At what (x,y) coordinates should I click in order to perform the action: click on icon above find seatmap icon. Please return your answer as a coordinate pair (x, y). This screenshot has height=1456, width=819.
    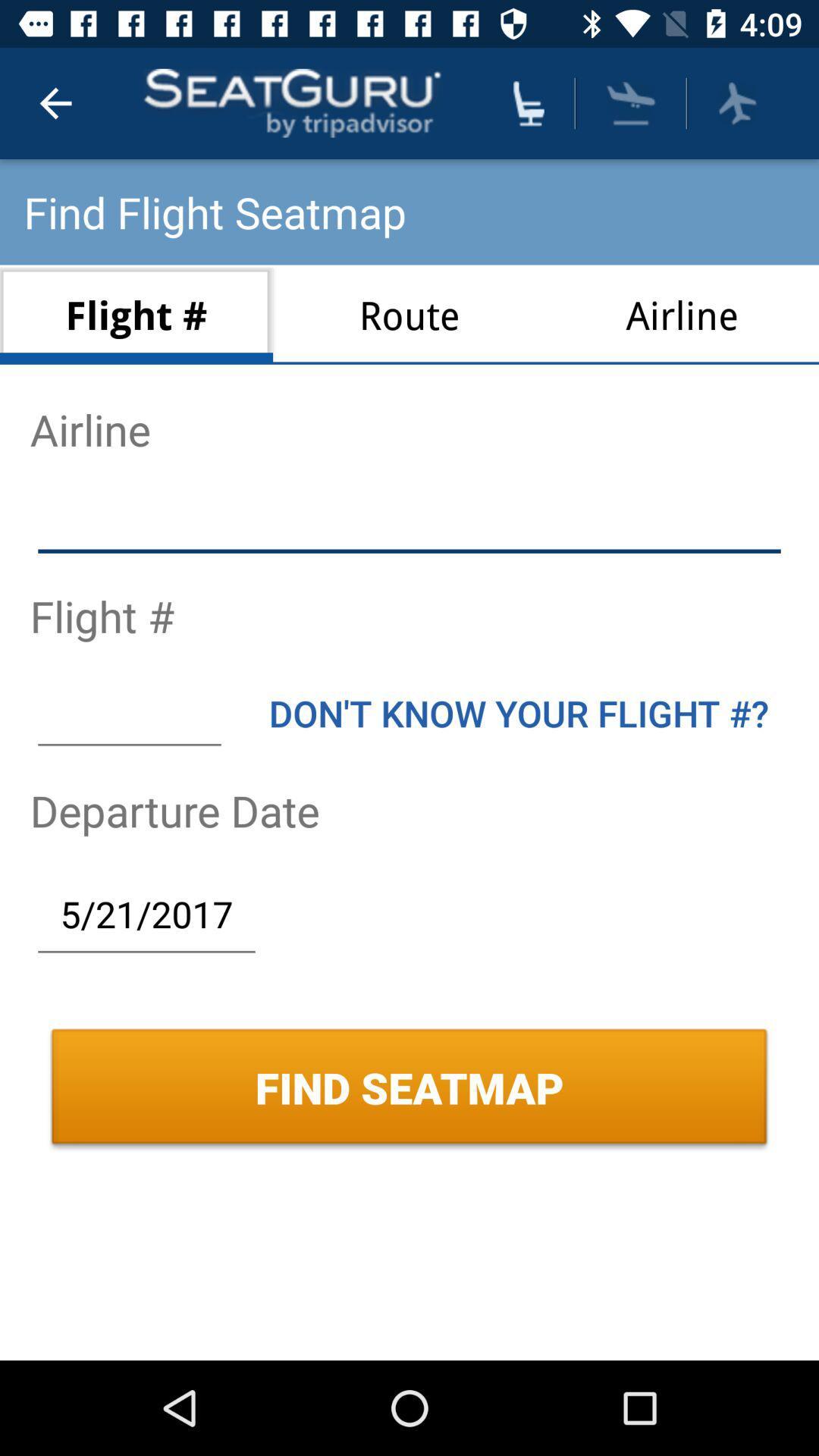
    Looking at the image, I should click on (146, 913).